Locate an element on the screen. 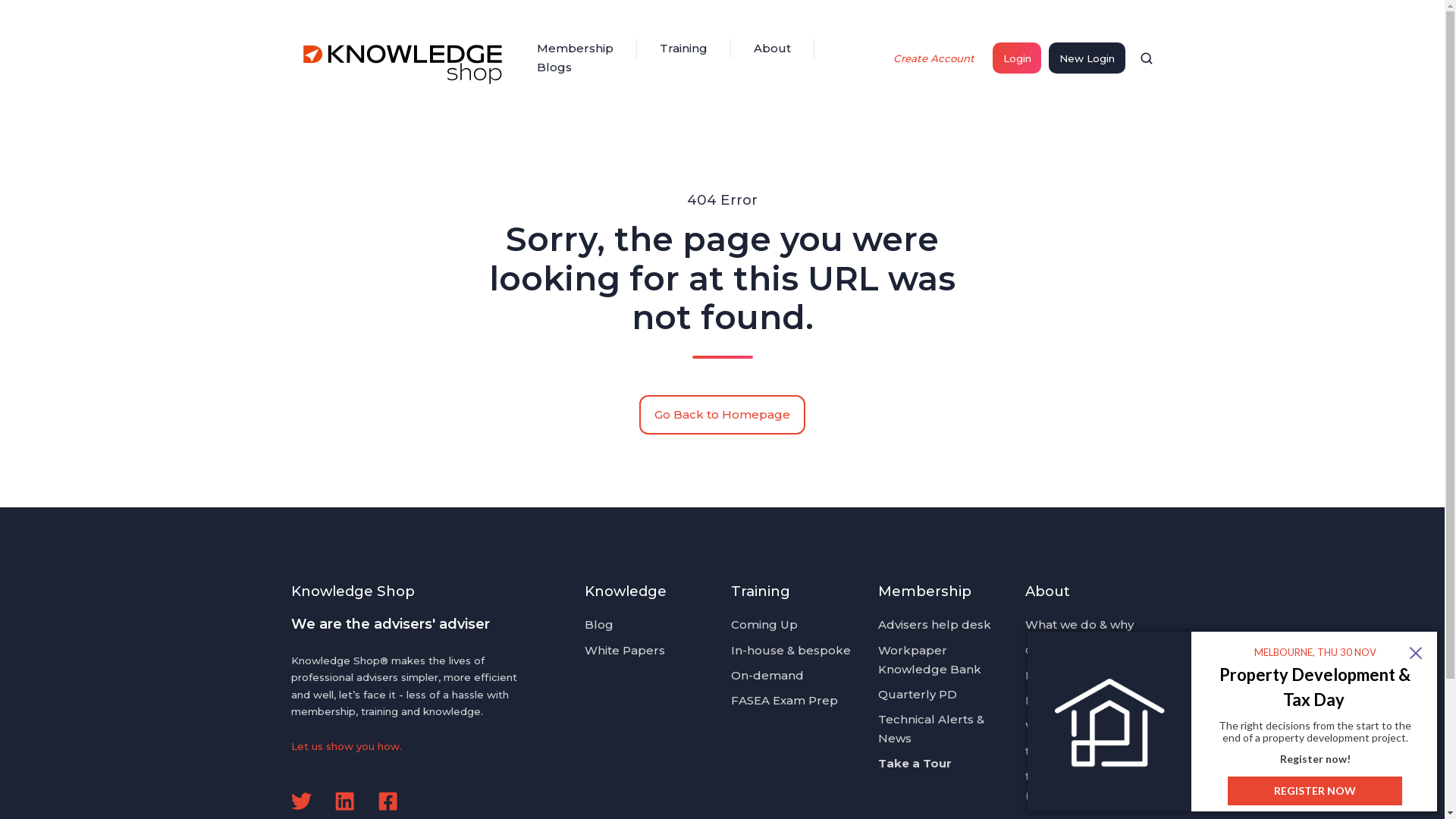 The height and width of the screenshot is (819, 1456). 'What we do & why' is located at coordinates (1078, 624).